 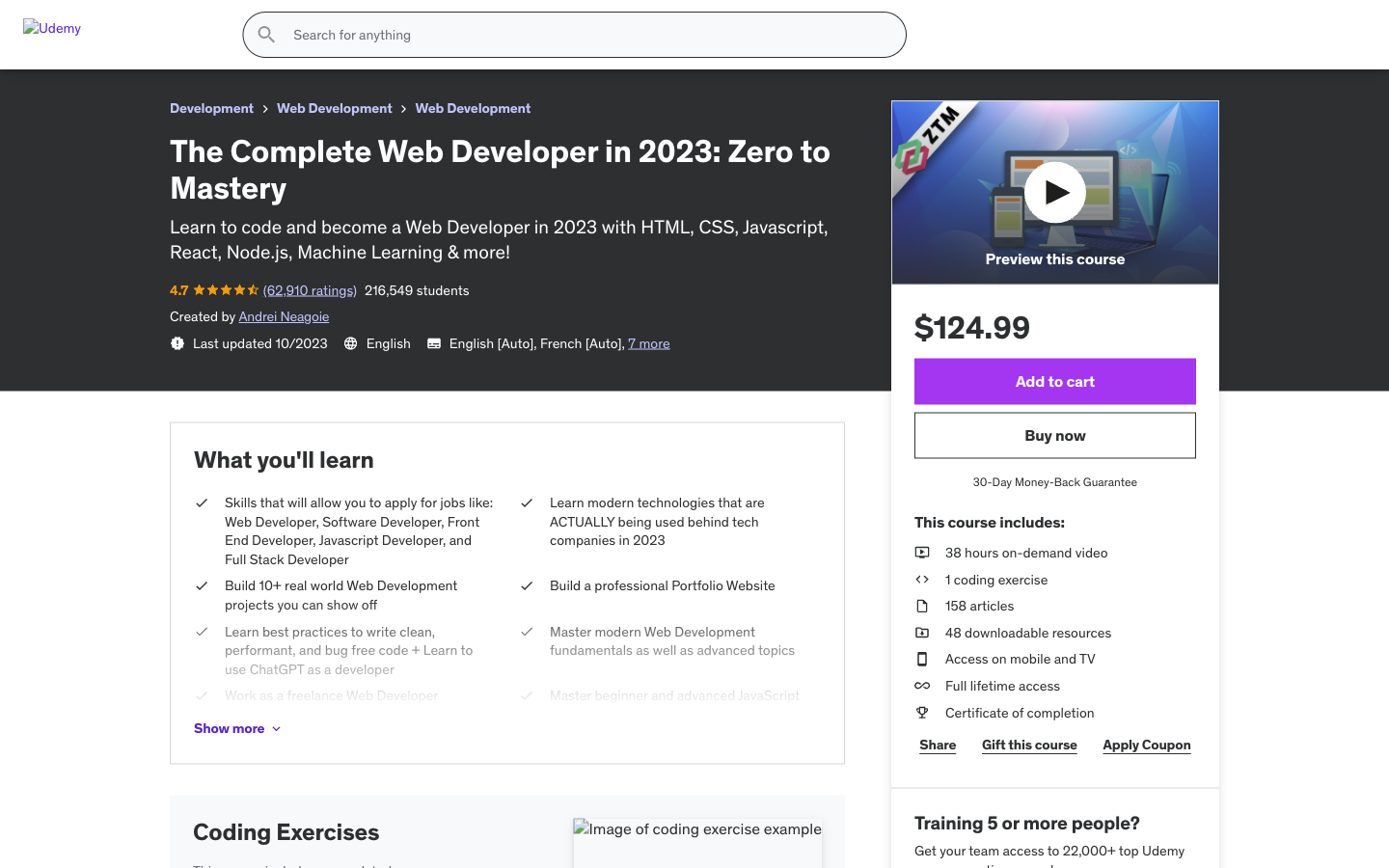 I want to click on Go back to the UPS main page, so click(x=83, y=57).